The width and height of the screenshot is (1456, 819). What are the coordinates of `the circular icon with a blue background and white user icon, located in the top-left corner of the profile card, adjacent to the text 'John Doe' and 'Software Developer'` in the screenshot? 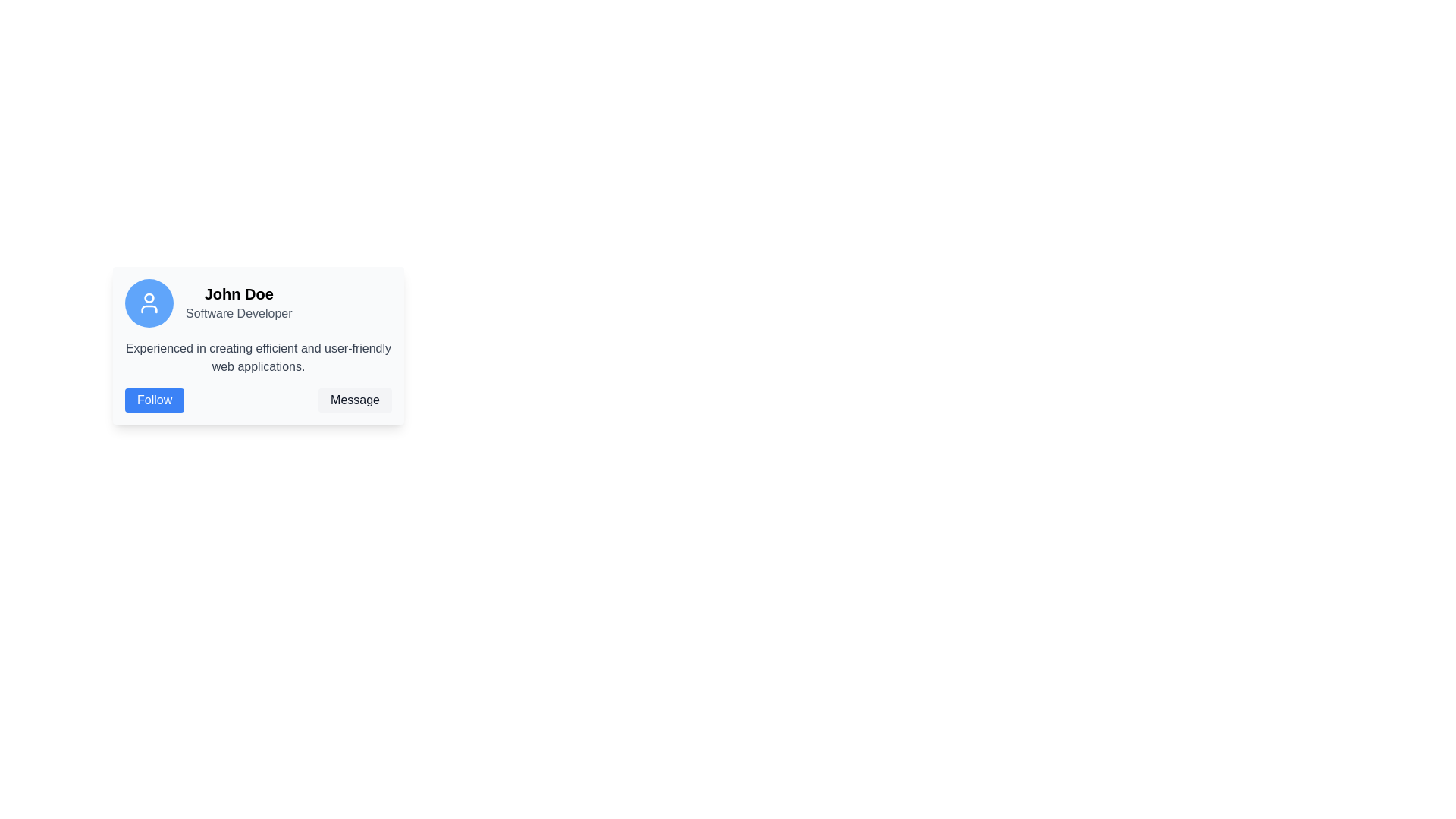 It's located at (149, 303).